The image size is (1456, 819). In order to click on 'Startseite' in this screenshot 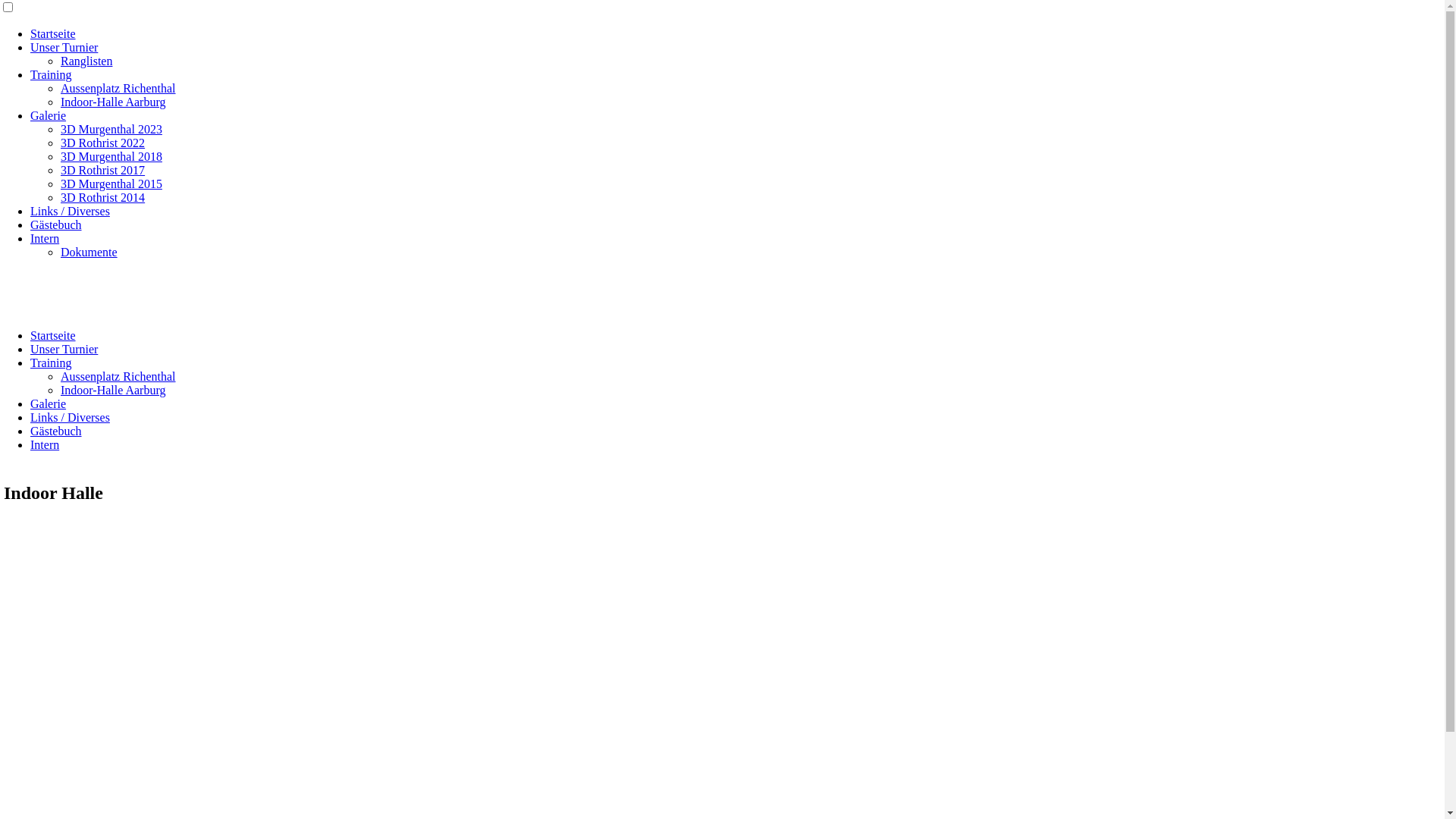, I will do `click(30, 334)`.